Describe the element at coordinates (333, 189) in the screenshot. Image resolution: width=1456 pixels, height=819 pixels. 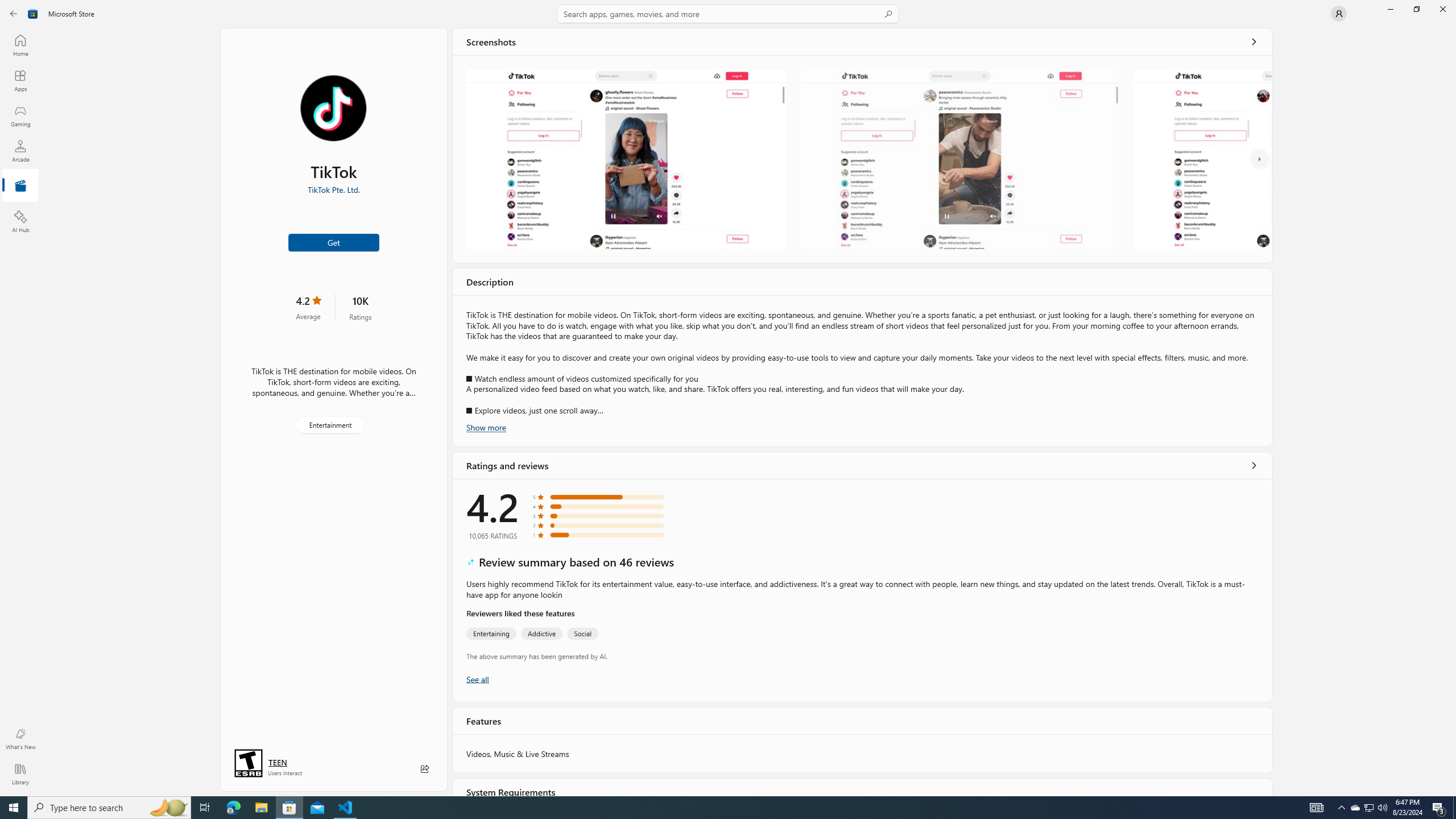
I see `'TikTok Pte. Ltd.'` at that location.